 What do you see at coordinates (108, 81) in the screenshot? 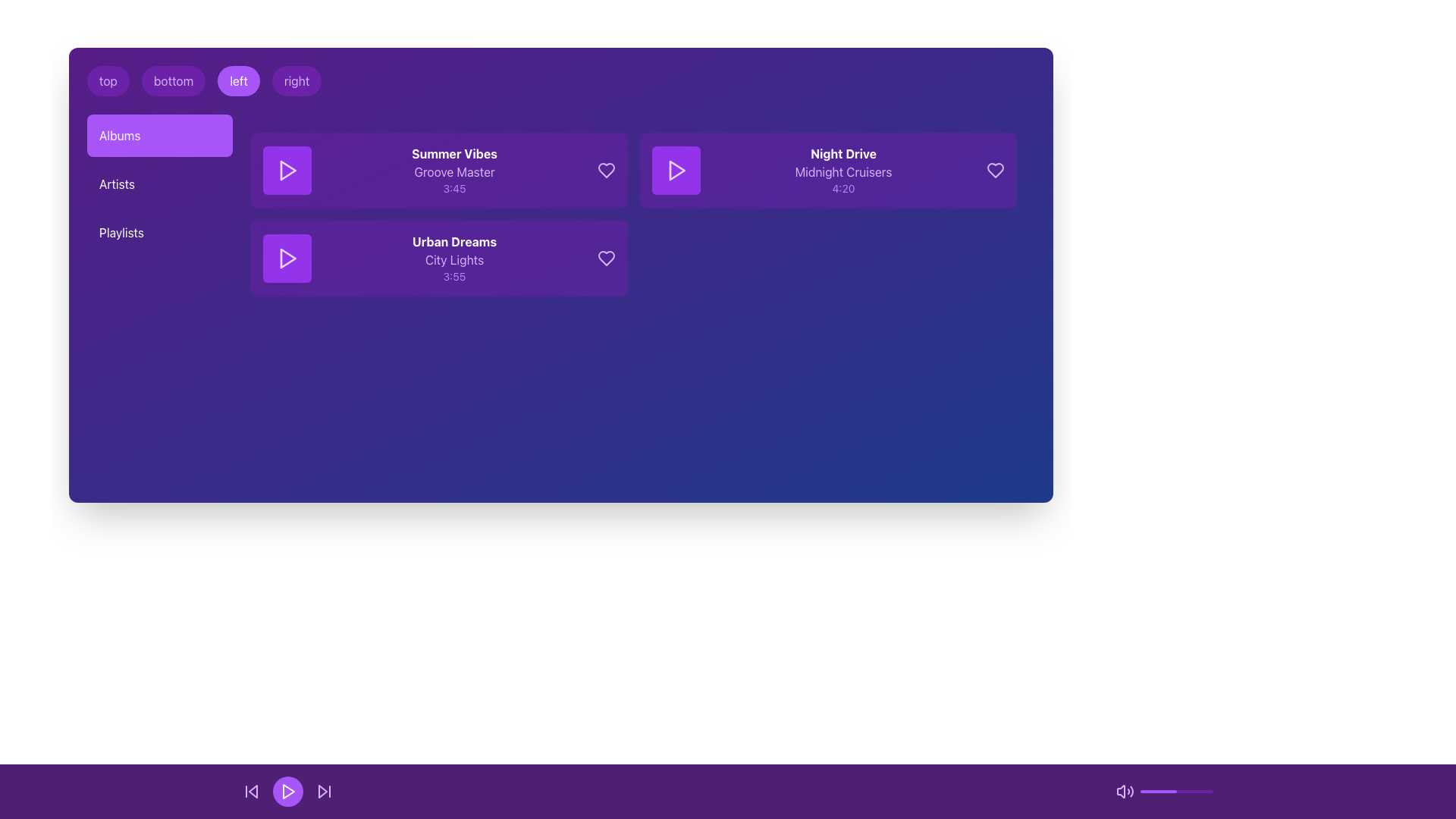
I see `the rounded button displaying 'top' in light purple font against a dark purple background` at bounding box center [108, 81].